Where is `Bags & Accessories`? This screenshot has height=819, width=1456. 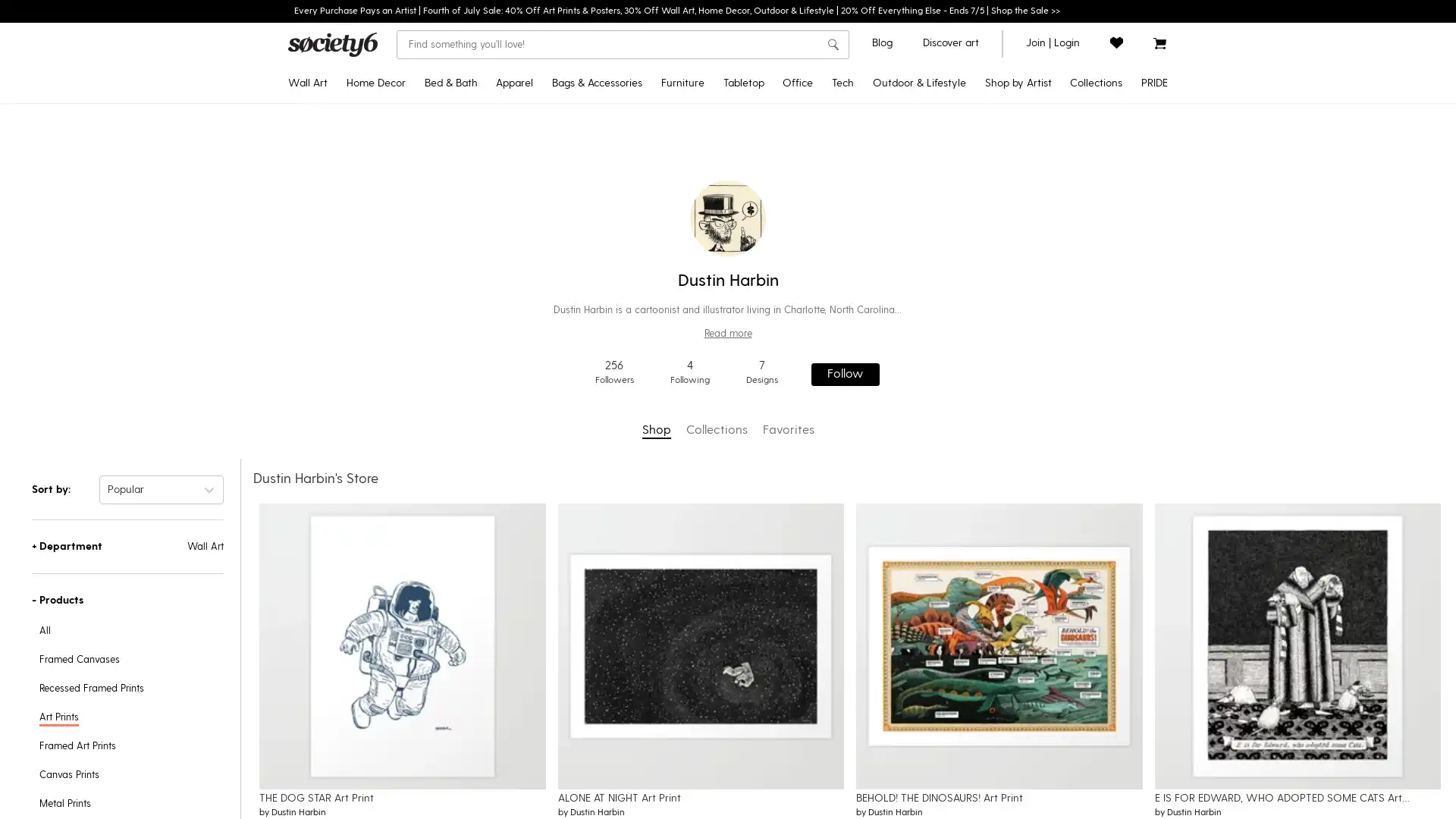 Bags & Accessories is located at coordinates (596, 83).